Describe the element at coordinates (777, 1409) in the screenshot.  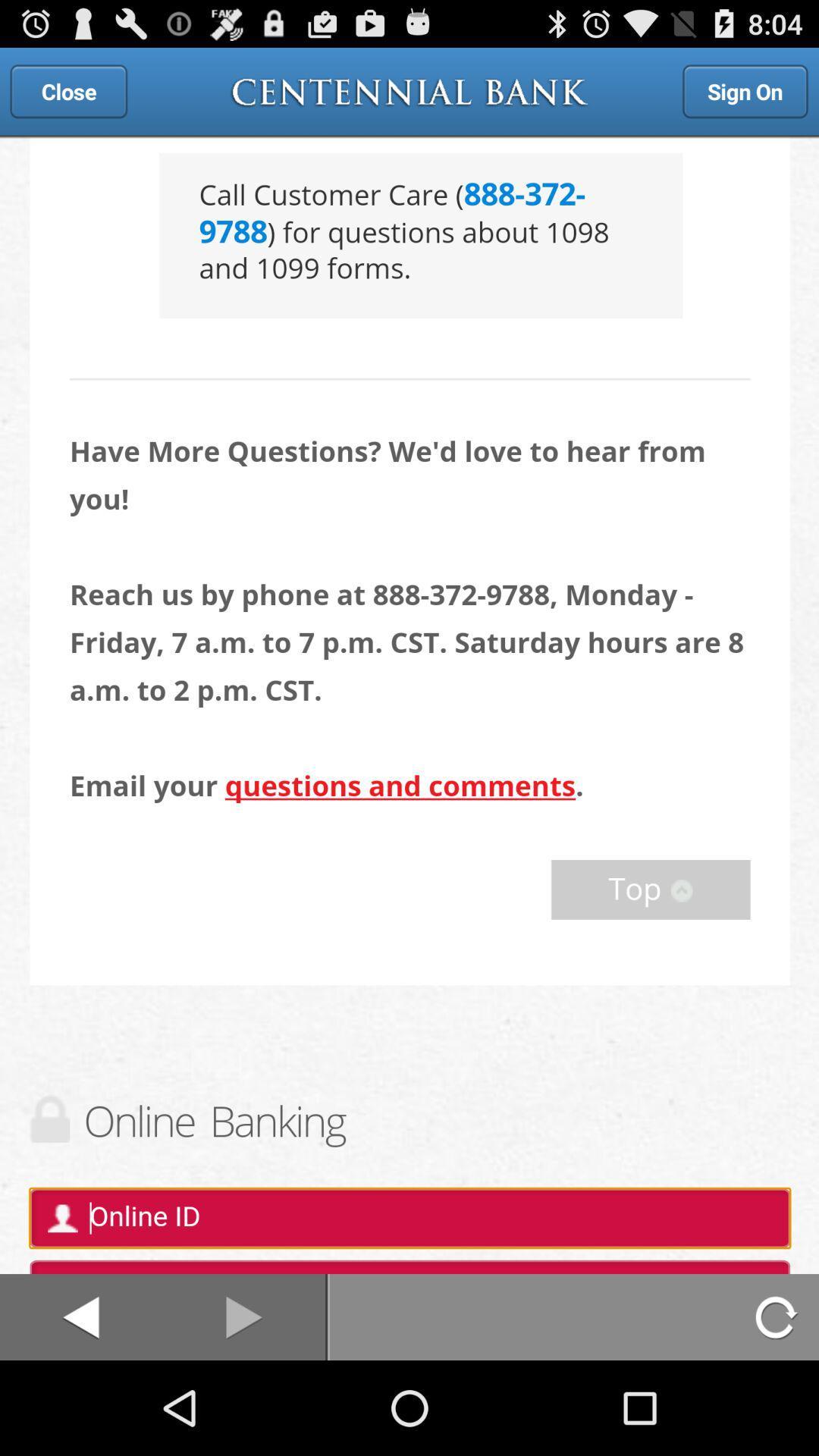
I see `the refresh icon` at that location.